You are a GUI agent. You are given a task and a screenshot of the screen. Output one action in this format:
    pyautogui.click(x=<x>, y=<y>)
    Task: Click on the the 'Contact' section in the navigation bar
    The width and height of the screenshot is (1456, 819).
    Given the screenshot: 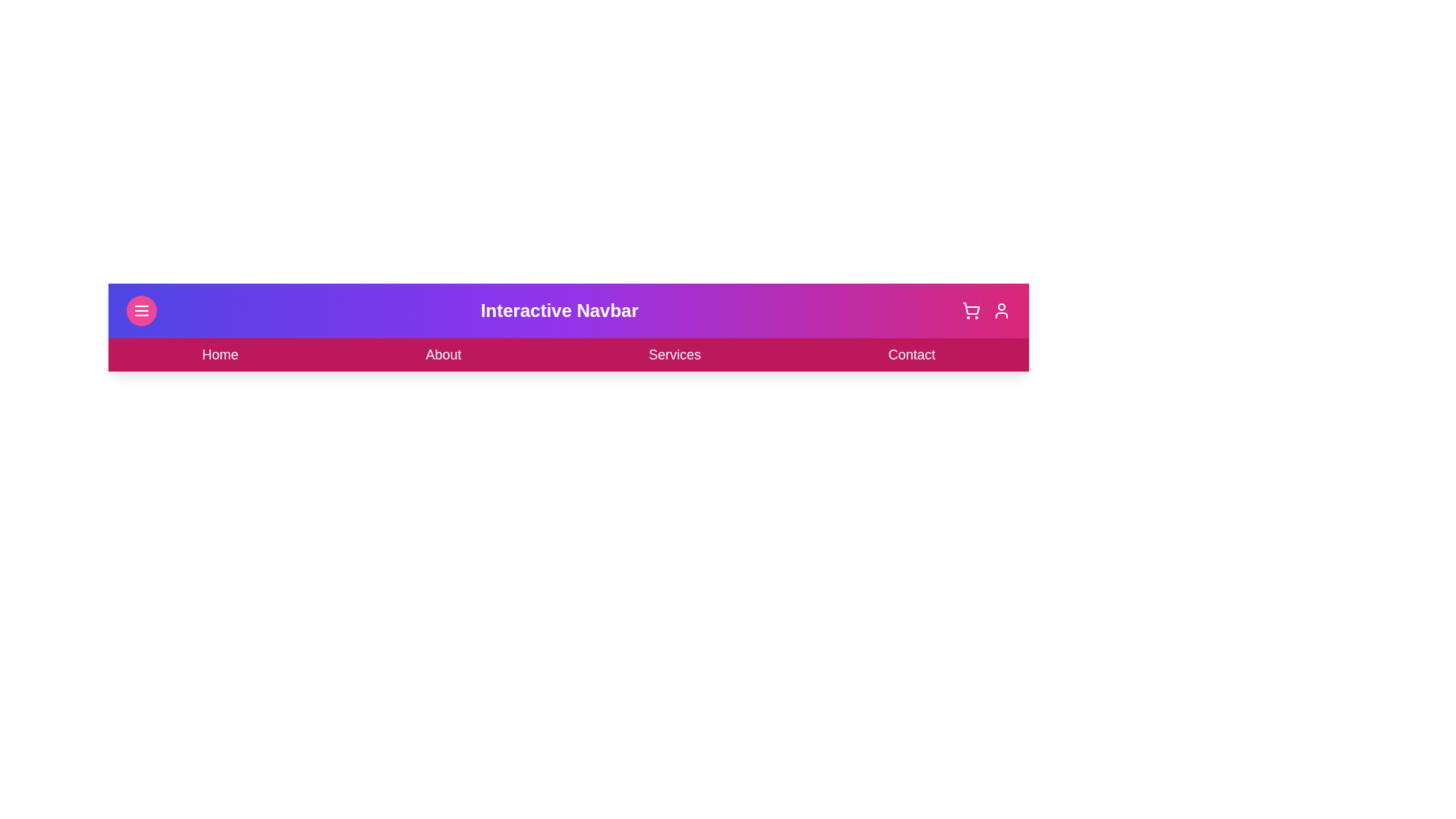 What is the action you would take?
    pyautogui.click(x=910, y=354)
    